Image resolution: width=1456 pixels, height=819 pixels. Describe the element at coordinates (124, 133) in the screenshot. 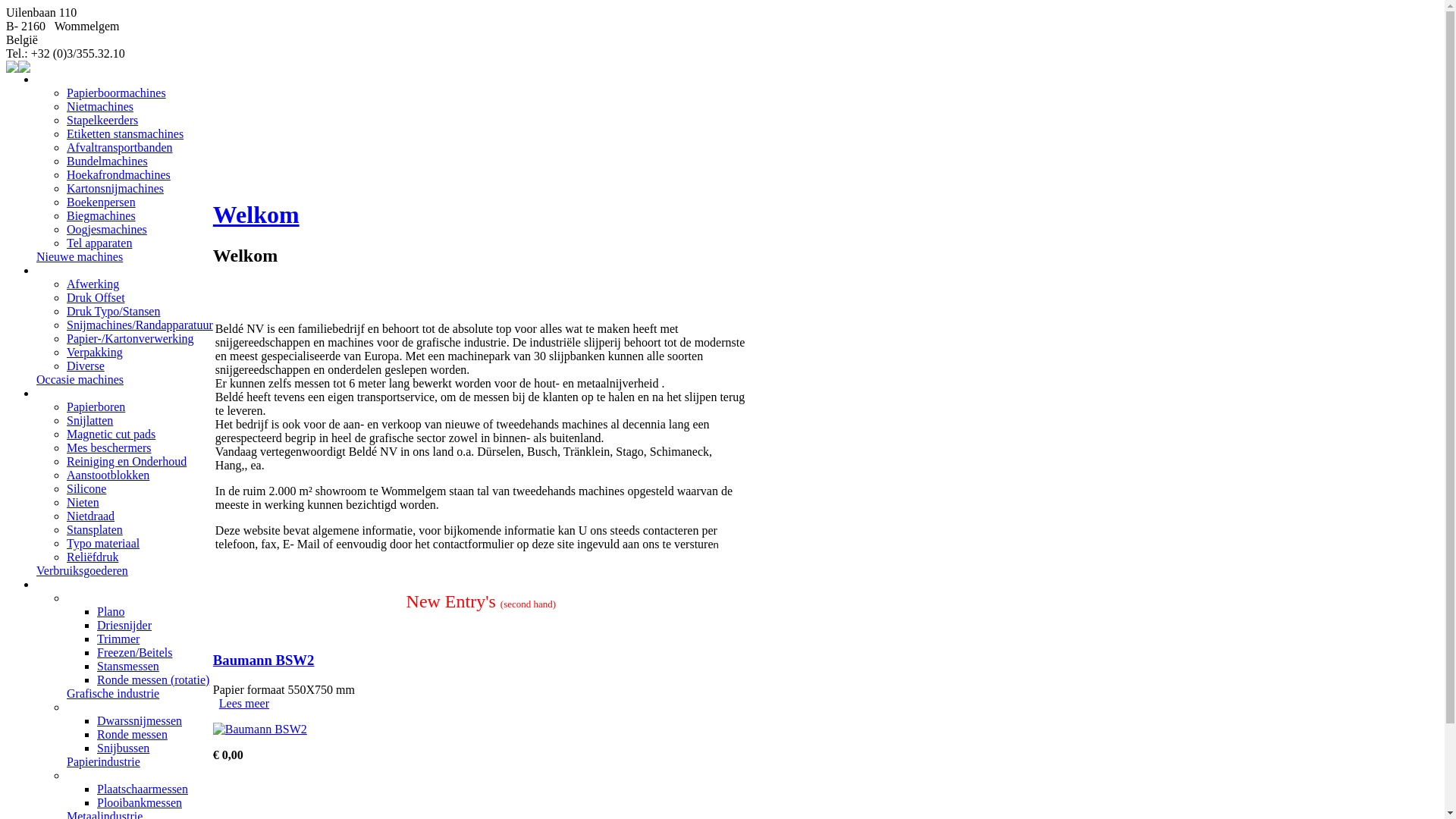

I see `'Etiketten stansmachines'` at that location.